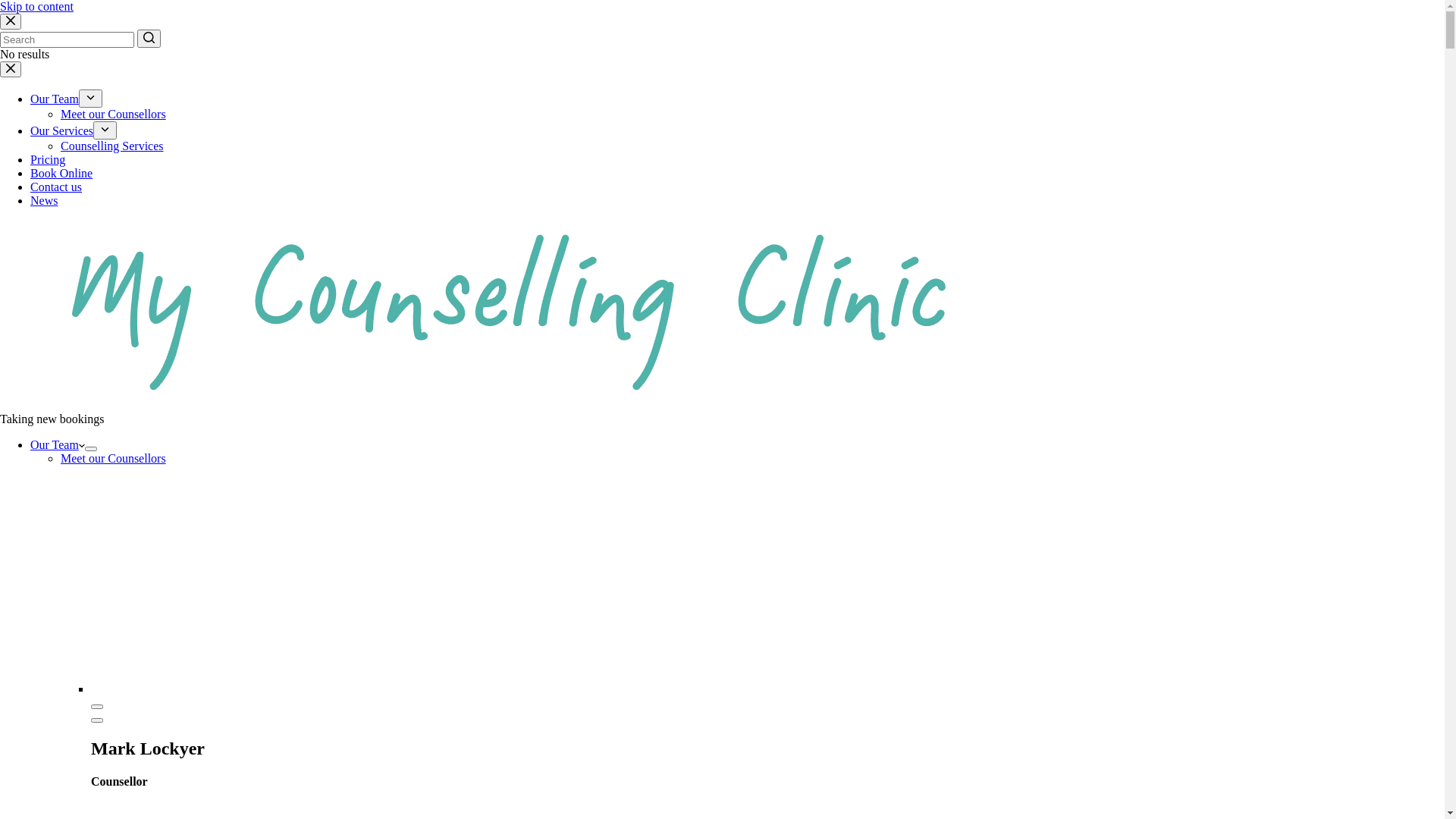  I want to click on 'View Profile', so click(96, 707).